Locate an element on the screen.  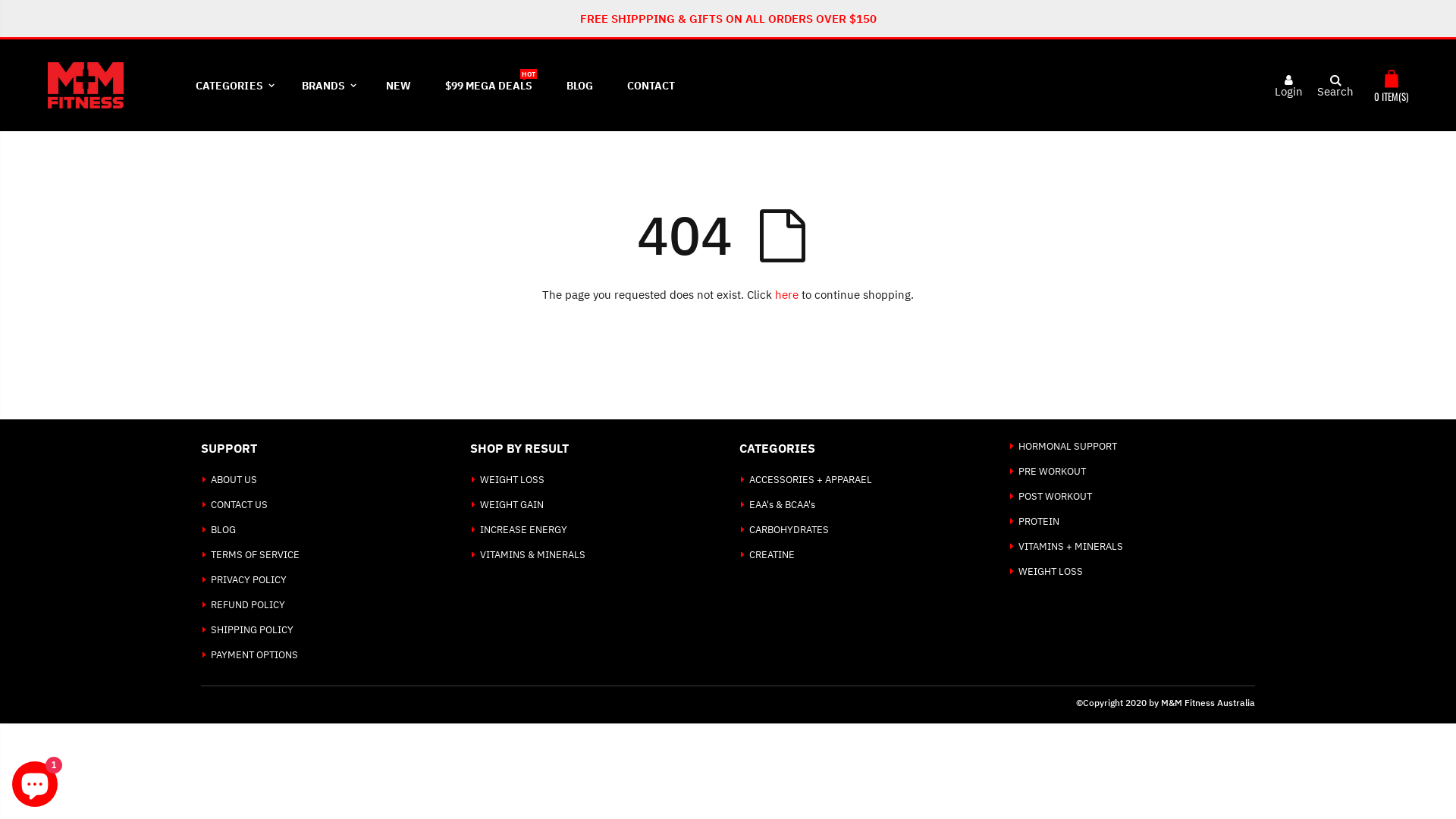
'REFUND POLICY' is located at coordinates (210, 604).